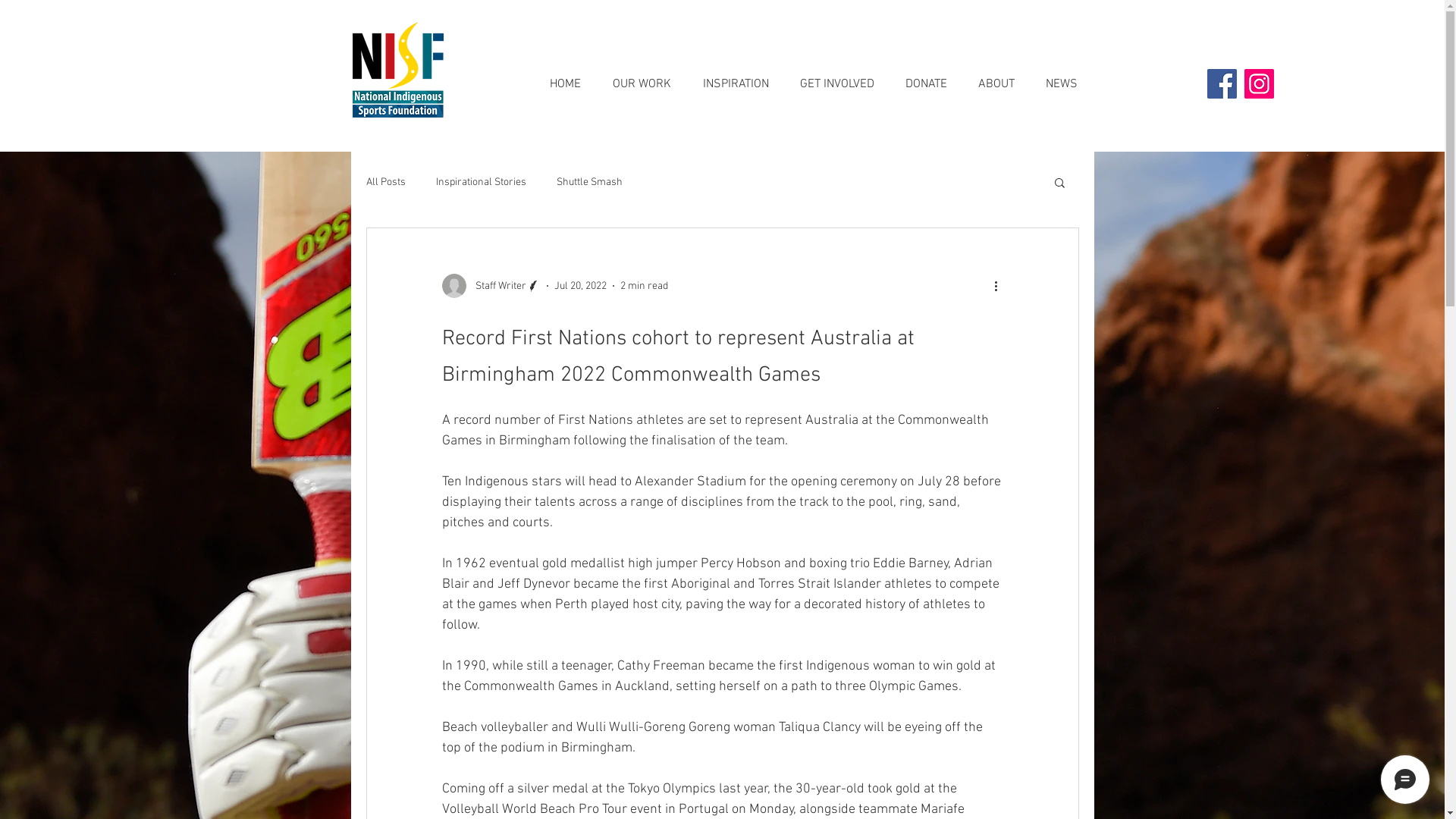 The height and width of the screenshot is (819, 1456). Describe the element at coordinates (534, 77) in the screenshot. I see `'HOME'` at that location.